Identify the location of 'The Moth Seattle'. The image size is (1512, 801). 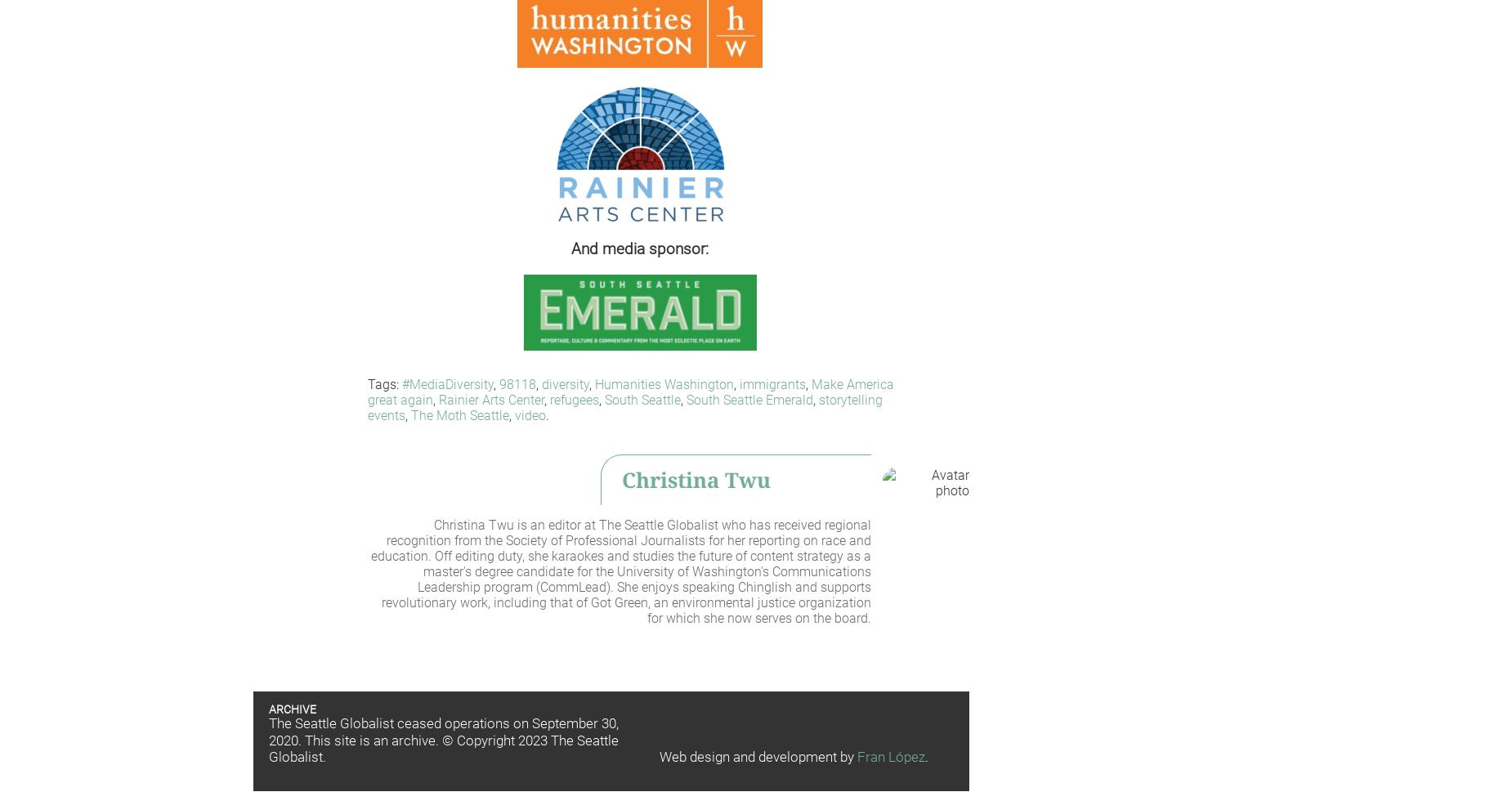
(459, 414).